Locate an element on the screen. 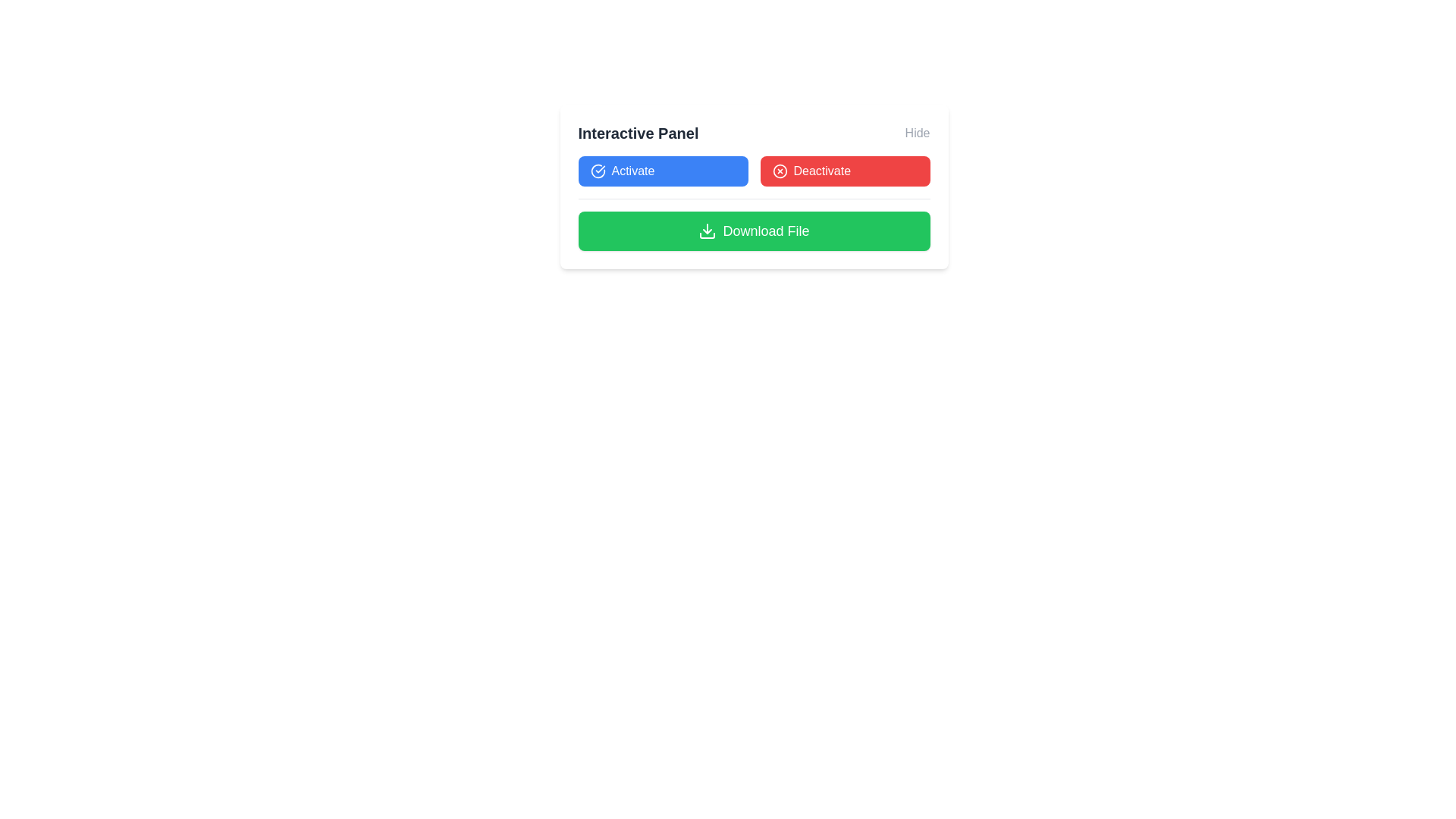 This screenshot has height=819, width=1456. the Icon (SVG) located at the leftmost part of the 'Activate' button, which visually indicates an activation or confirmation action is located at coordinates (597, 171).